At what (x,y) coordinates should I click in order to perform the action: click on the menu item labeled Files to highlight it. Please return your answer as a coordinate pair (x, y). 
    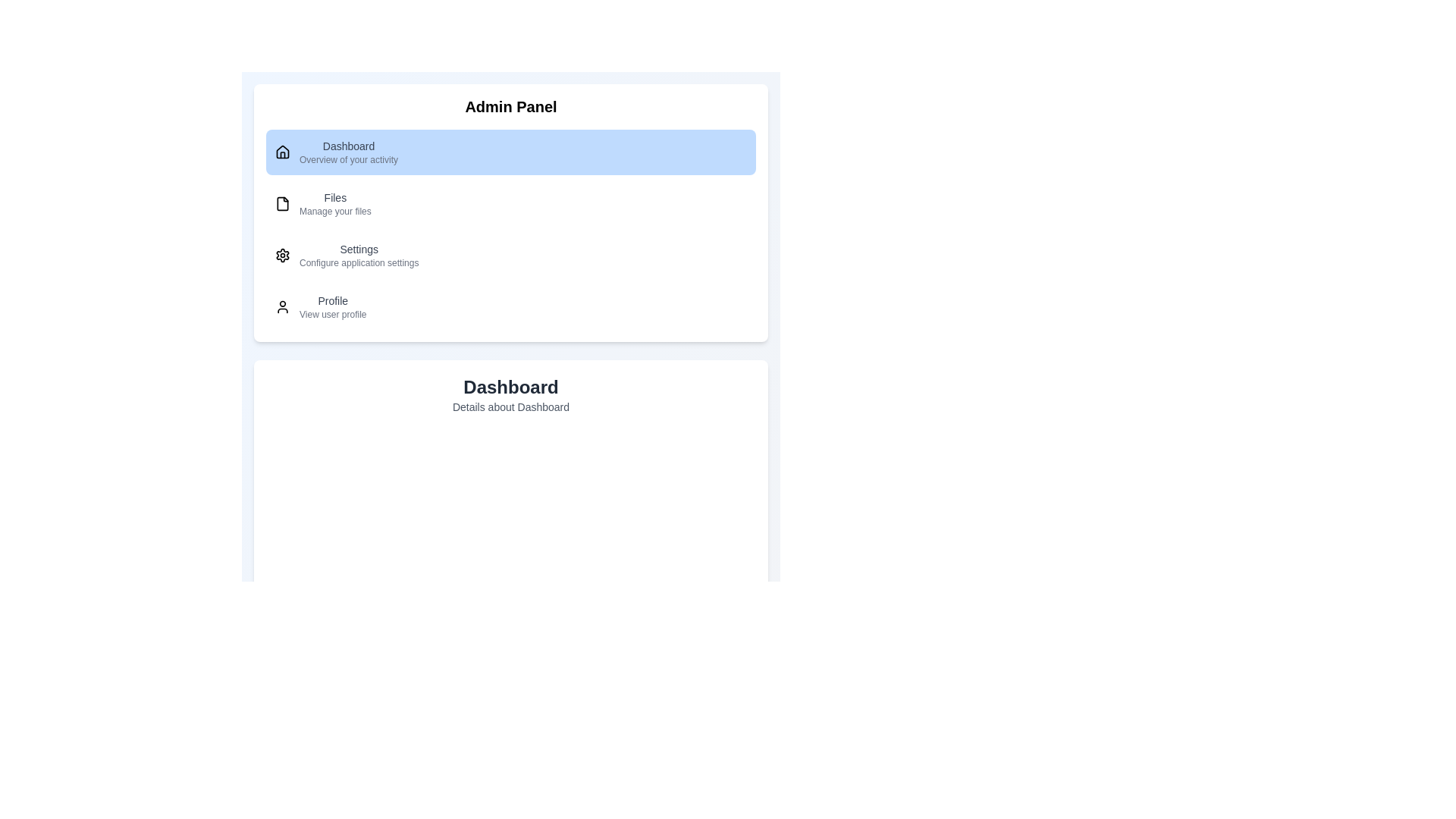
    Looking at the image, I should click on (510, 203).